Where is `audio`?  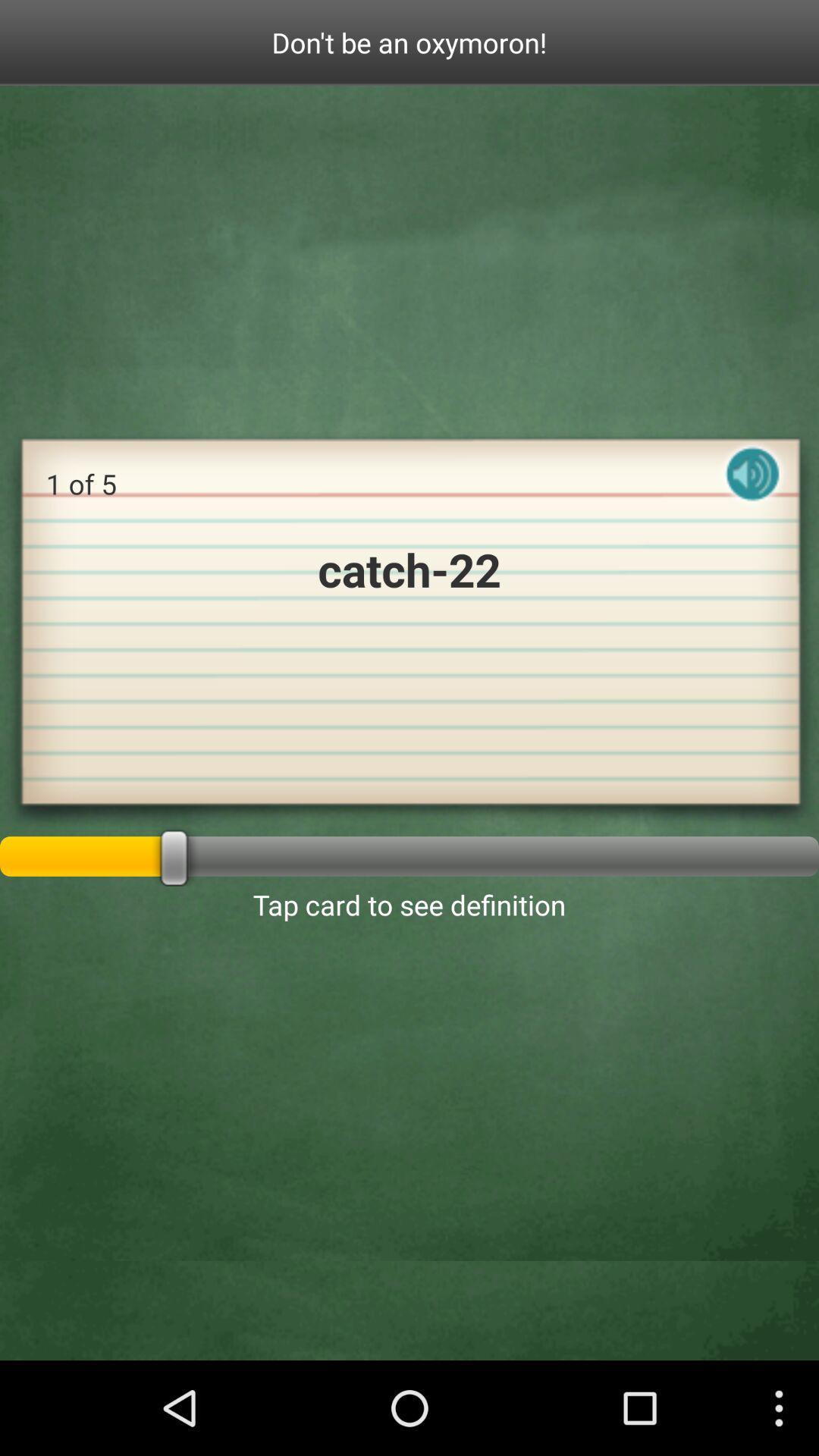
audio is located at coordinates (752, 487).